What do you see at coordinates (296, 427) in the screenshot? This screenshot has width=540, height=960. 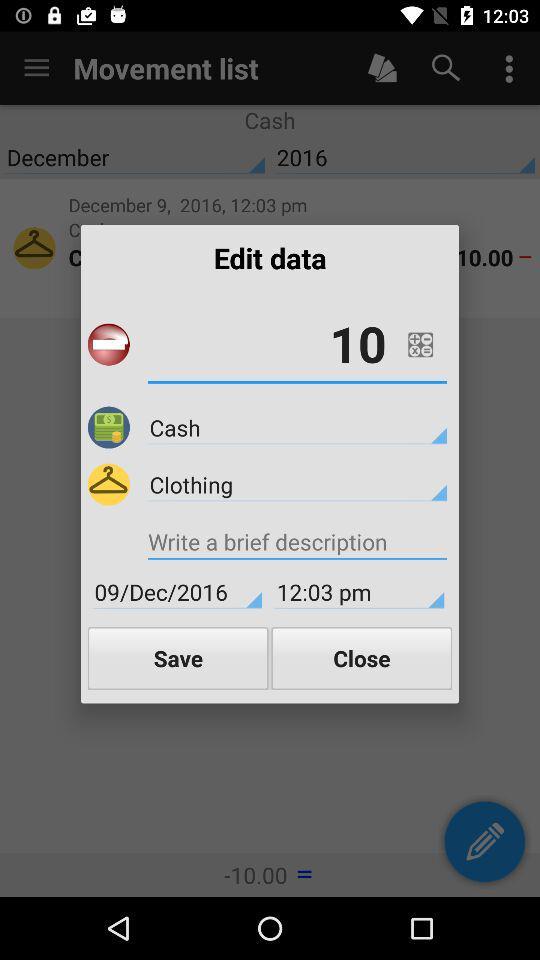 I see `icon above clothing icon` at bounding box center [296, 427].